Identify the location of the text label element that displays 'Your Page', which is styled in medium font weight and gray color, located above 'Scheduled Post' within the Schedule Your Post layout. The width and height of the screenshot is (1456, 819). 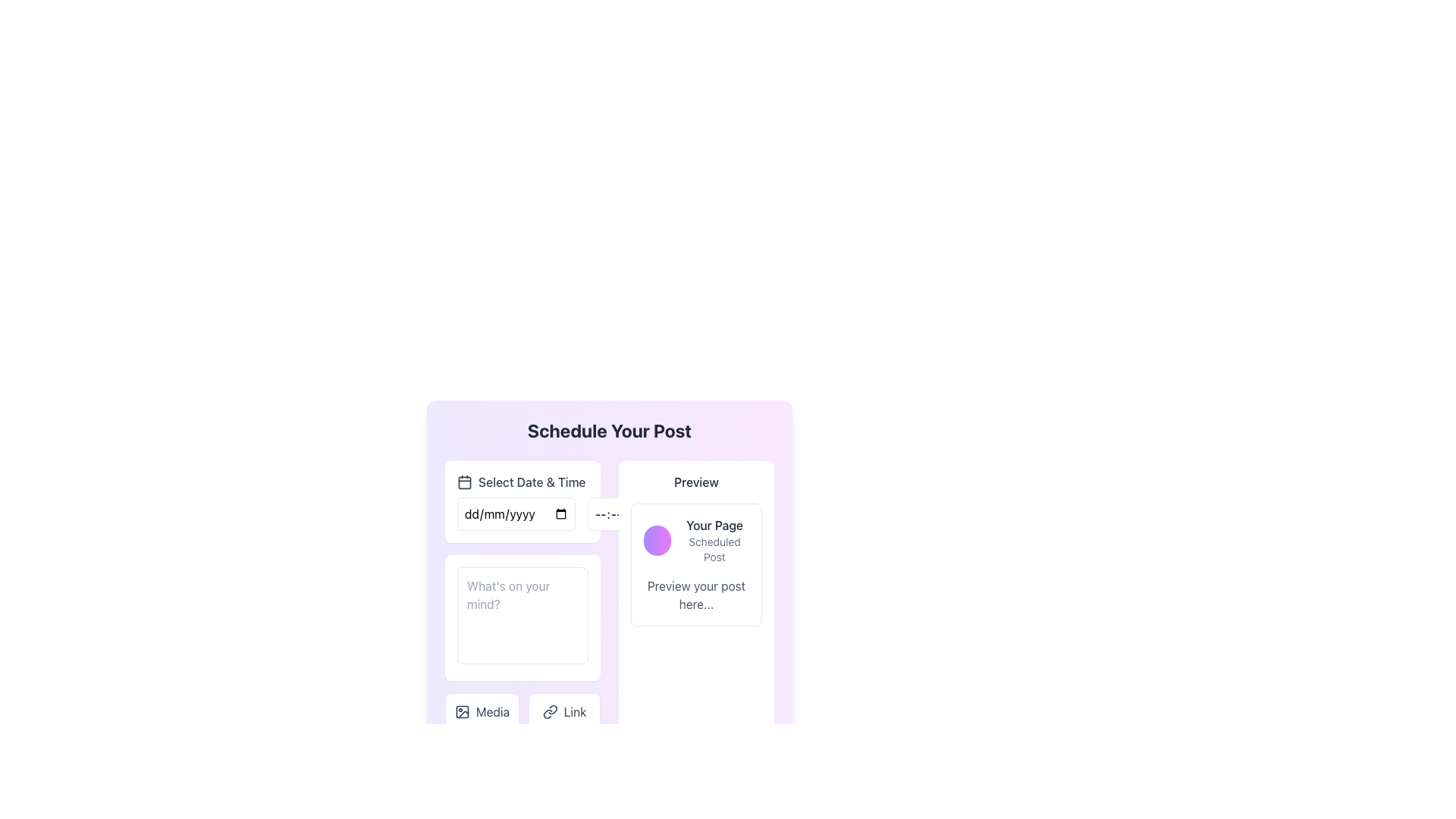
(714, 525).